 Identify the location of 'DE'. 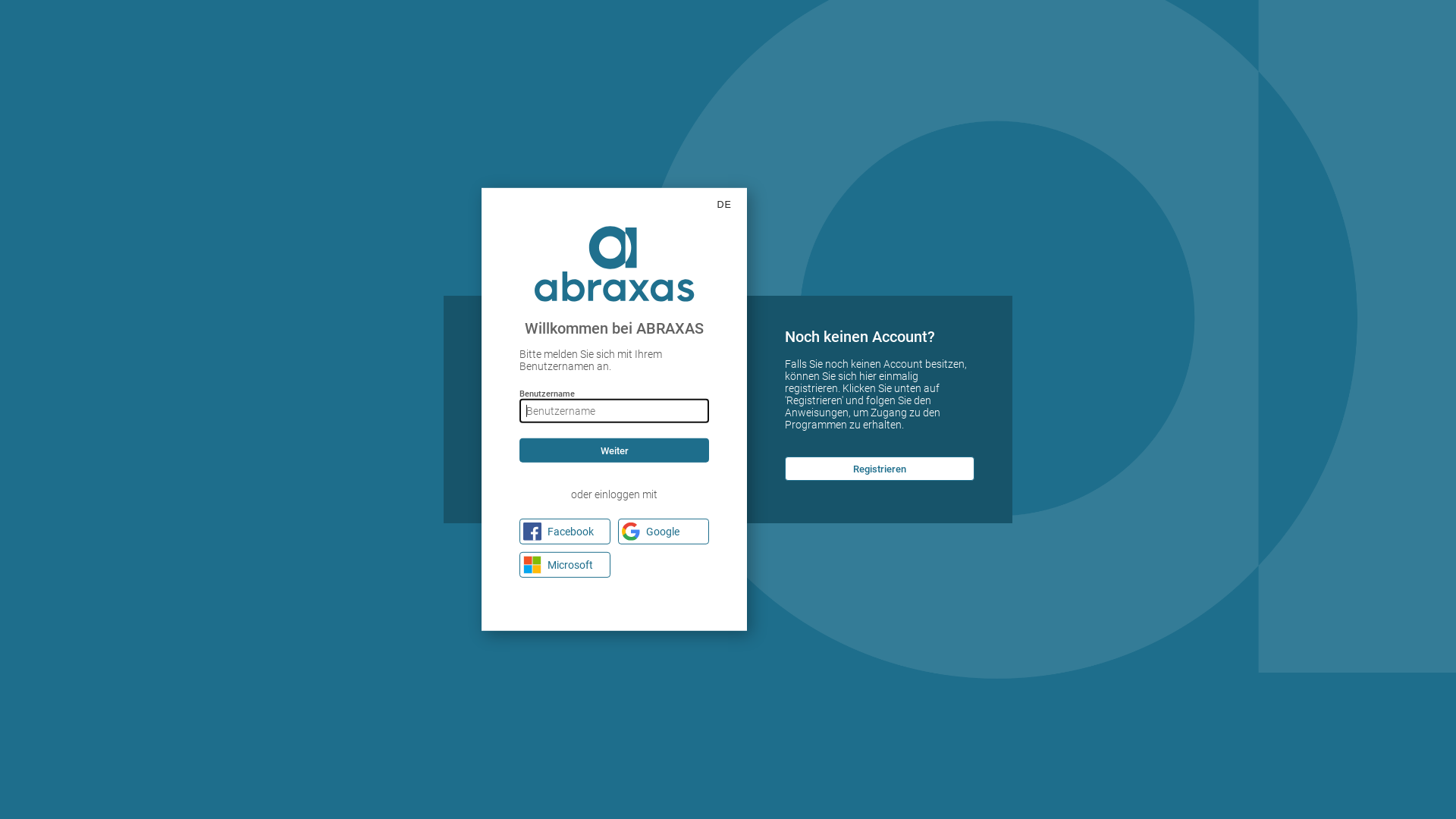
(701, 205).